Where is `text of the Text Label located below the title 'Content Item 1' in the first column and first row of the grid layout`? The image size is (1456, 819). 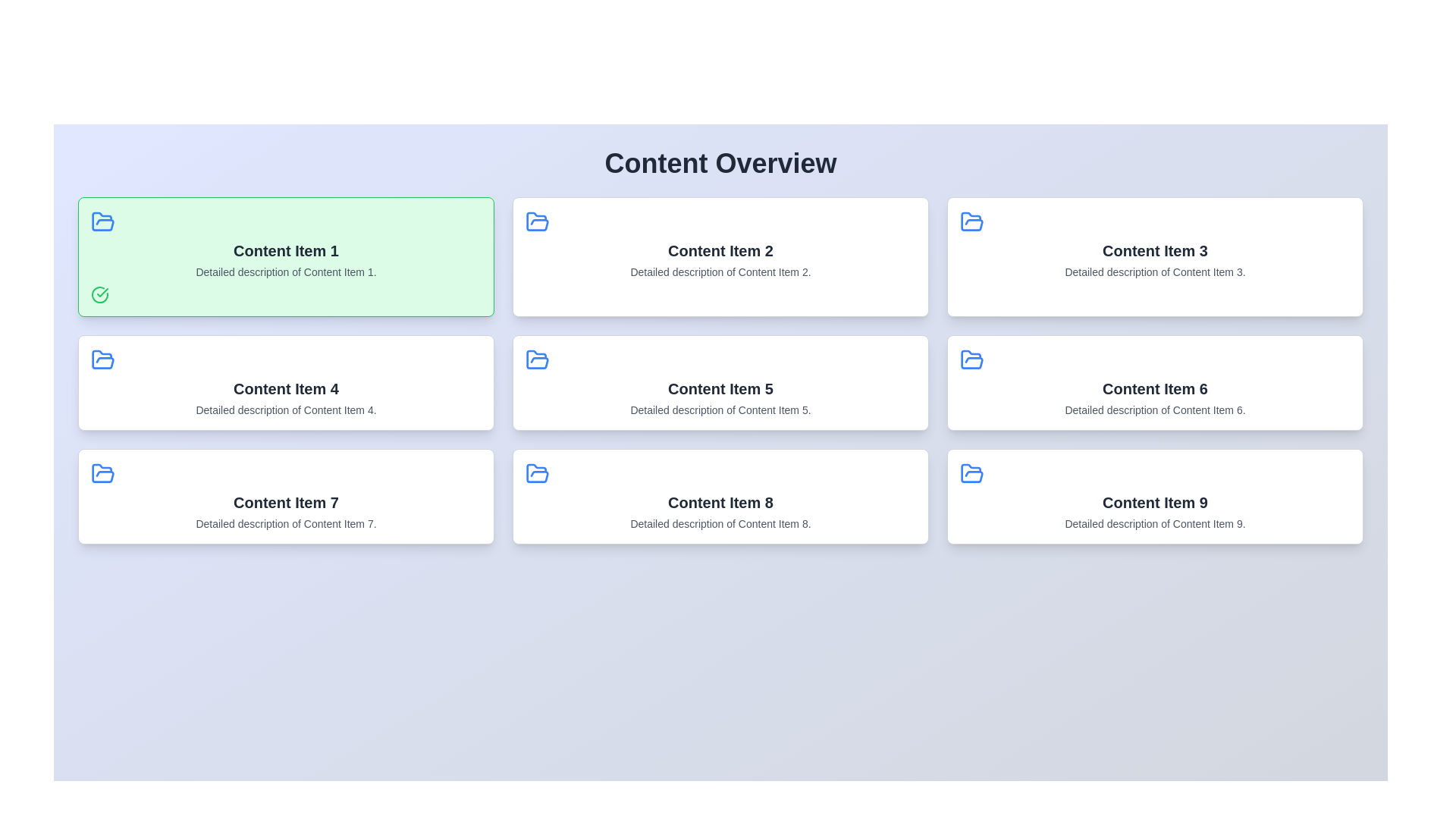 text of the Text Label located below the title 'Content Item 1' in the first column and first row of the grid layout is located at coordinates (286, 271).